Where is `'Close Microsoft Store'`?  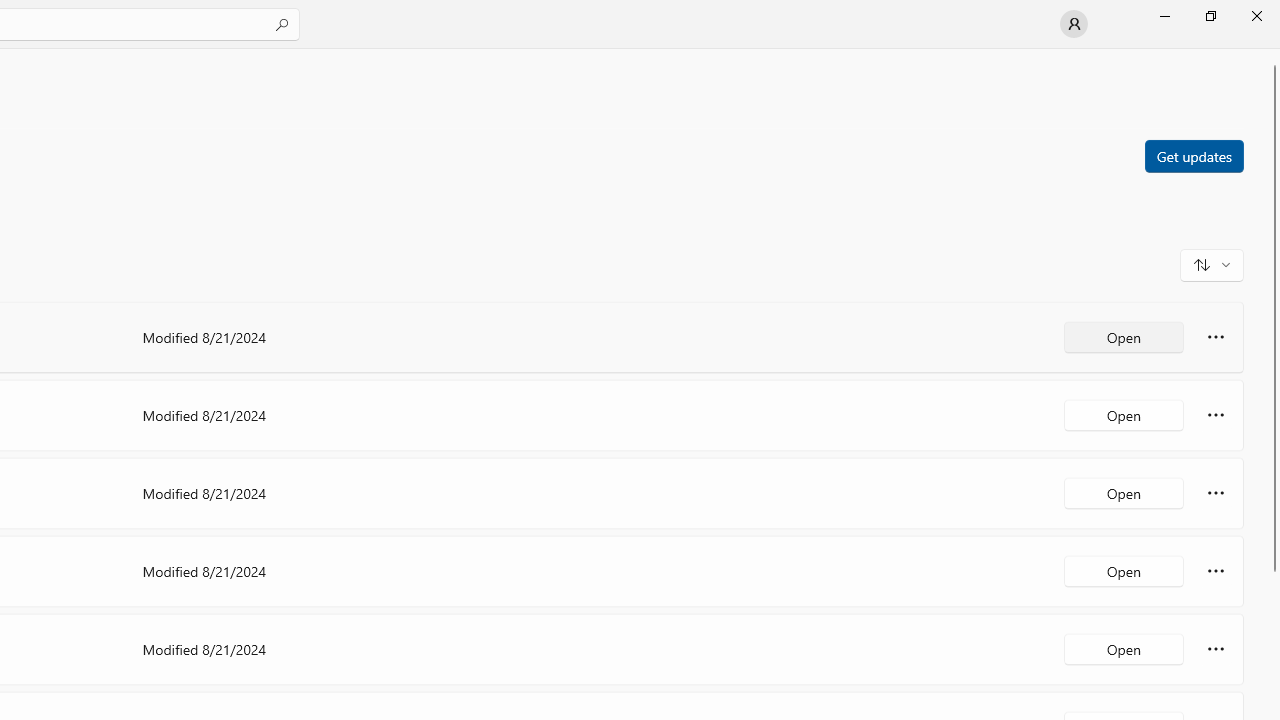
'Close Microsoft Store' is located at coordinates (1255, 15).